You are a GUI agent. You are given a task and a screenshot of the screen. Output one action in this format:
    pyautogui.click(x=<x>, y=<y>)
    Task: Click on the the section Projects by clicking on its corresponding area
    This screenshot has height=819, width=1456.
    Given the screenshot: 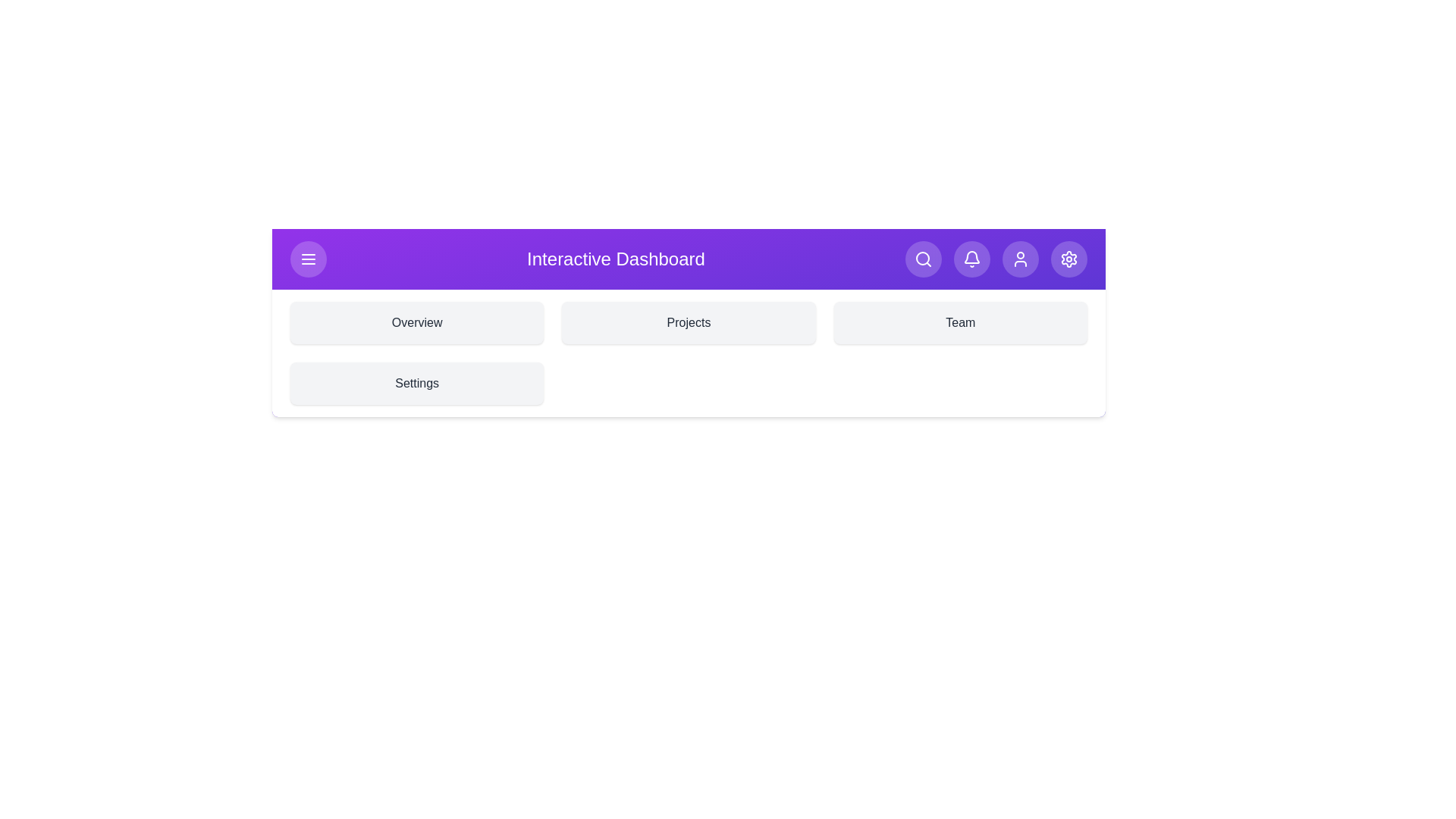 What is the action you would take?
    pyautogui.click(x=687, y=322)
    